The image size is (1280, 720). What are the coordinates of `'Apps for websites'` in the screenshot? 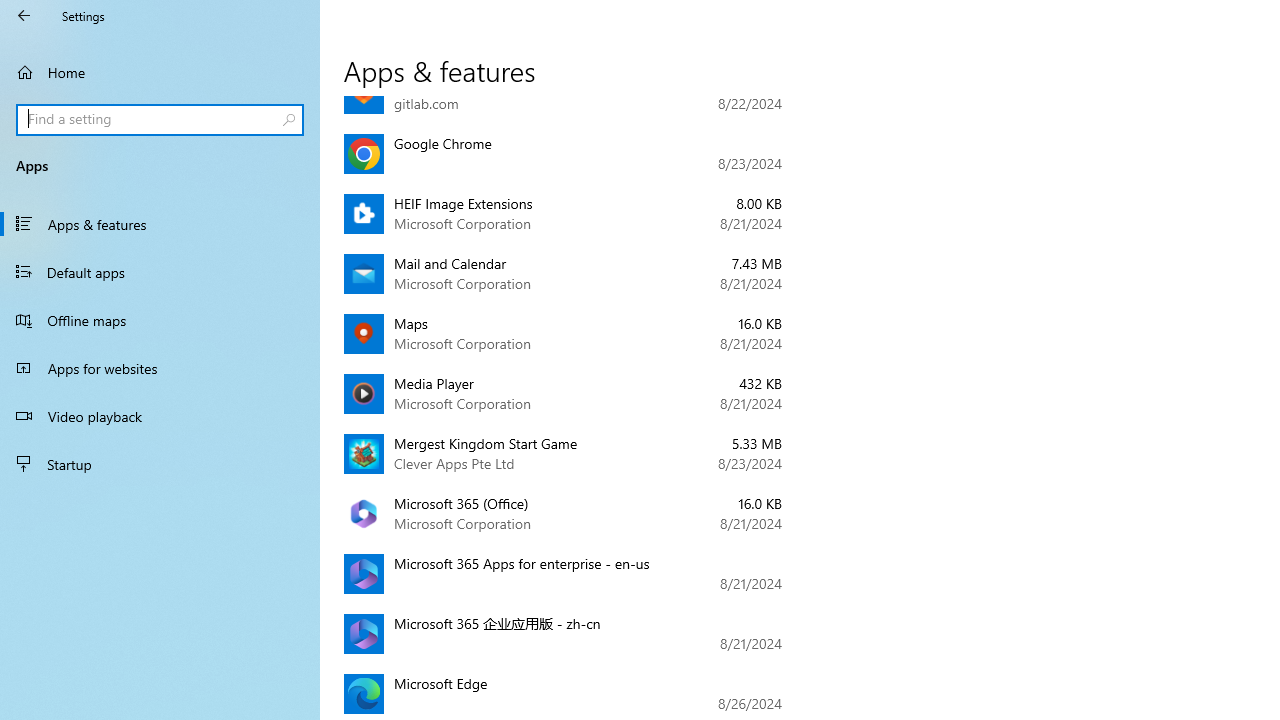 It's located at (160, 367).